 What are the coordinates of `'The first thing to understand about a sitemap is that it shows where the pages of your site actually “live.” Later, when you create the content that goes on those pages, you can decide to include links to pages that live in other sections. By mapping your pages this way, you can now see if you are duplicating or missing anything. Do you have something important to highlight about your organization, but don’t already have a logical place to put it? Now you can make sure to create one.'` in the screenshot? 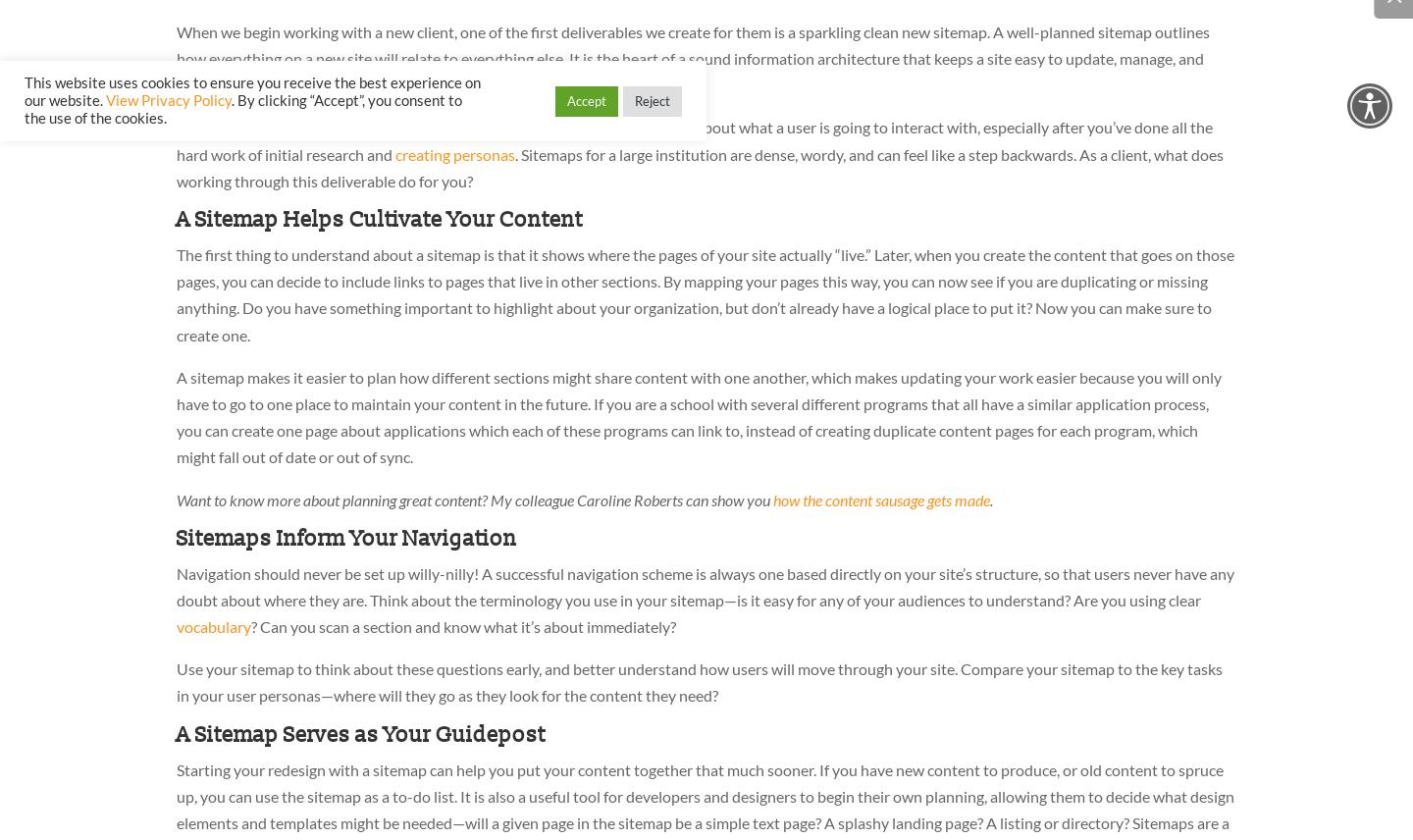 It's located at (705, 294).